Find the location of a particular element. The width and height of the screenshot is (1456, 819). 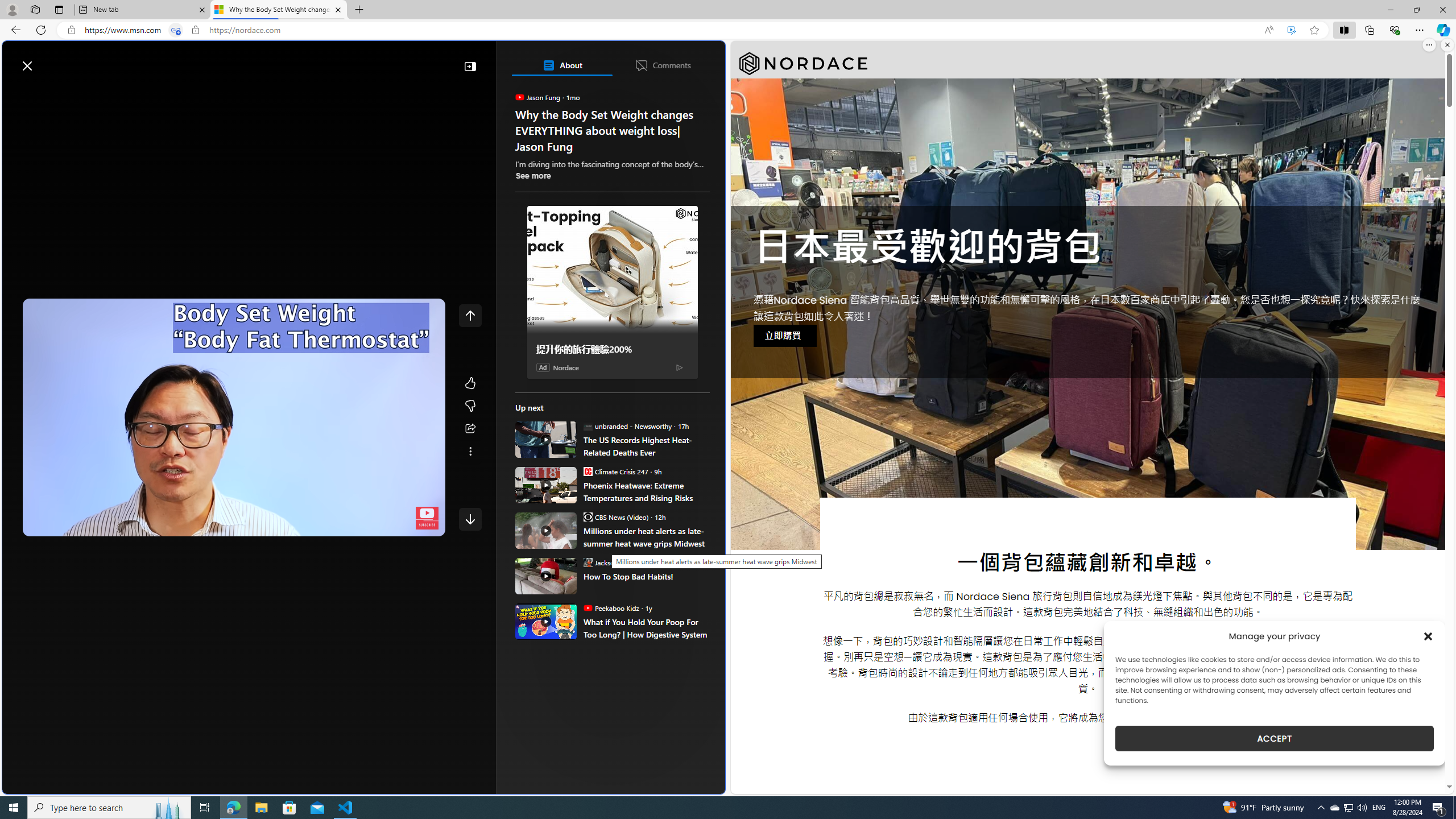

'Tabs in split screen' is located at coordinates (176, 30).